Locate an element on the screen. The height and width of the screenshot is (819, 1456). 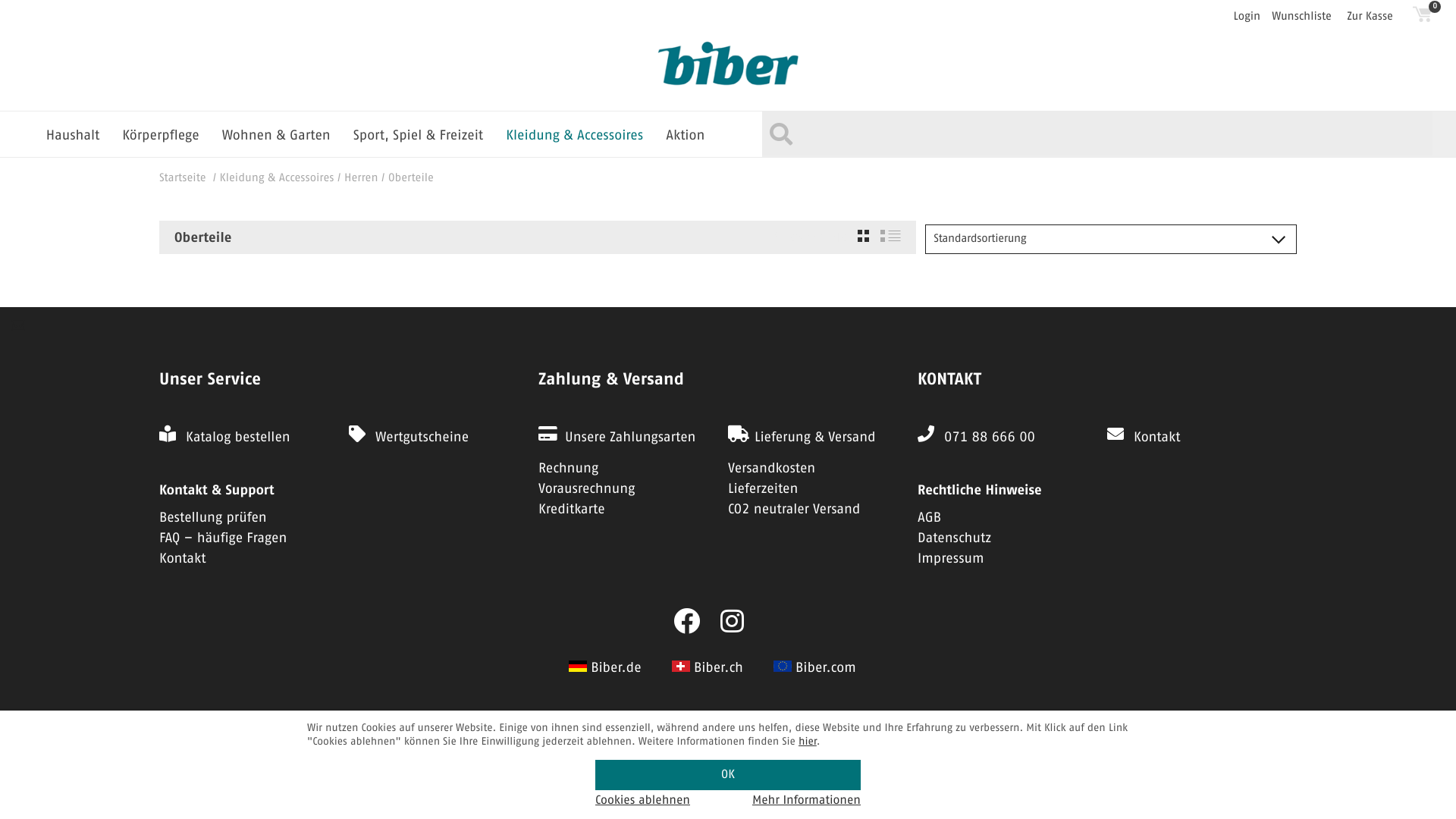
'Login' is located at coordinates (1249, 17).